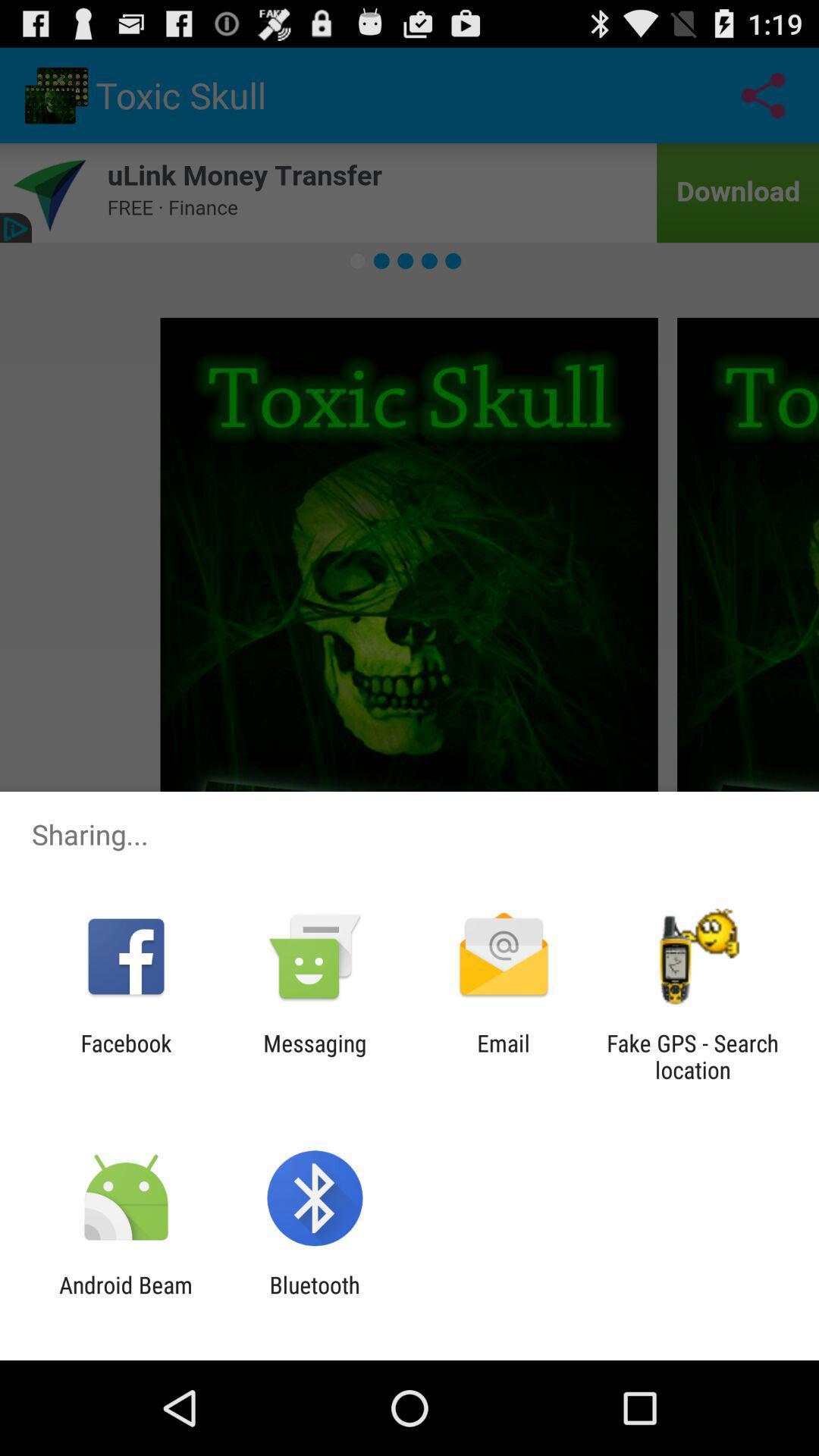  What do you see at coordinates (692, 1056) in the screenshot?
I see `the fake gps search item` at bounding box center [692, 1056].